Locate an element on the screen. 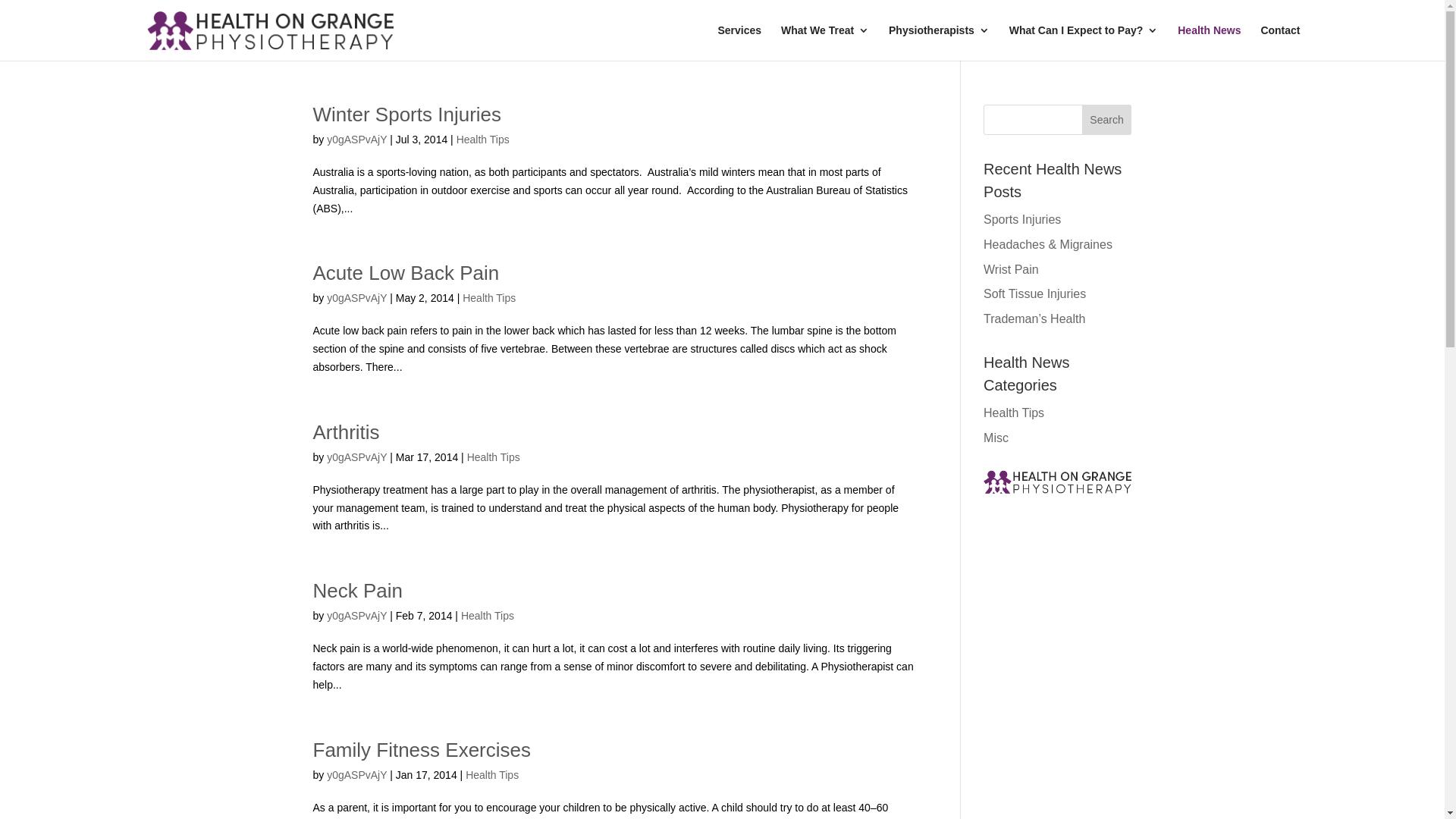 The width and height of the screenshot is (1456, 819). 'Acute Low Back Pain' is located at coordinates (405, 271).